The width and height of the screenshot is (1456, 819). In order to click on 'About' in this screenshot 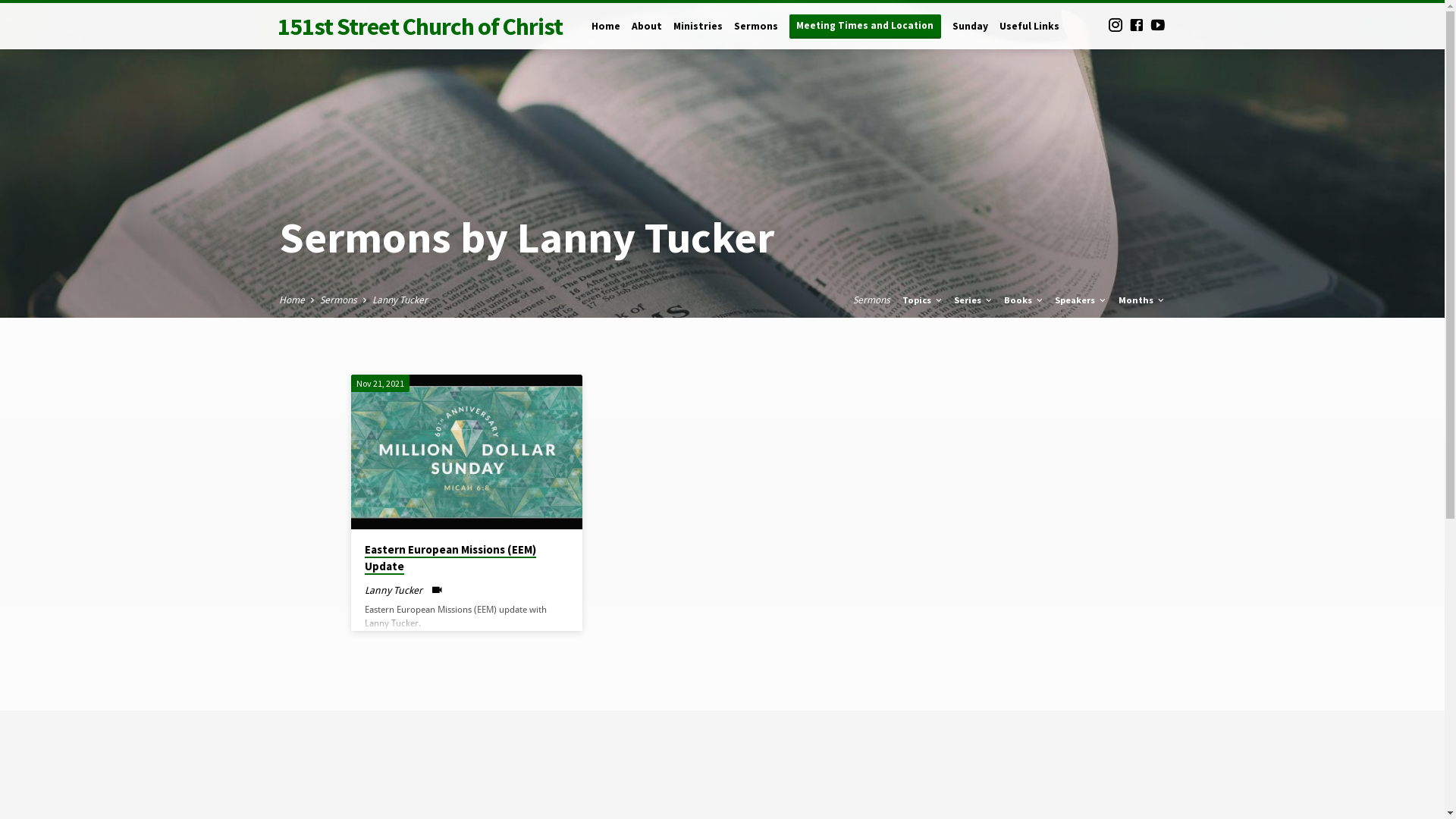, I will do `click(645, 35)`.